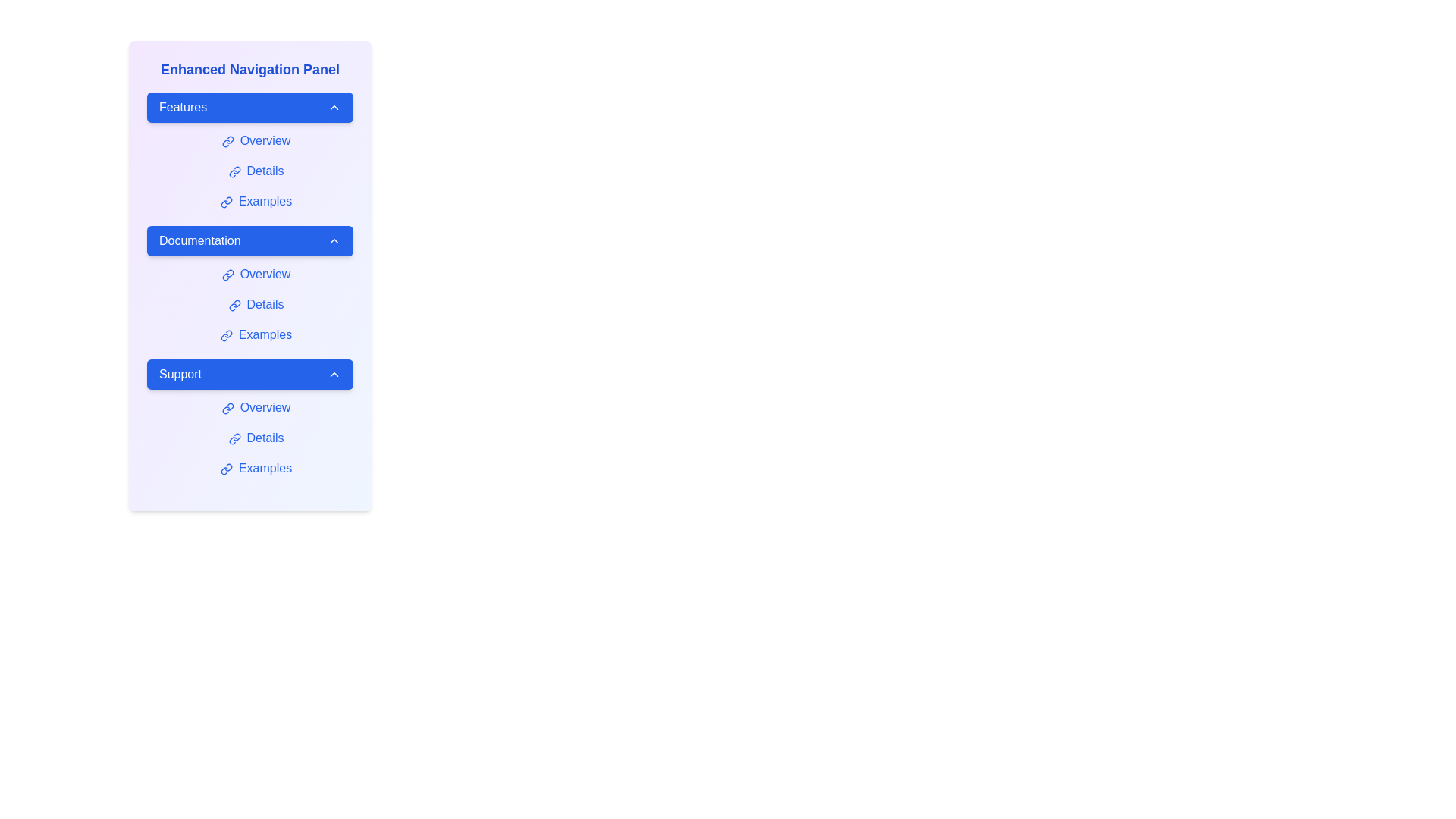 The image size is (1456, 819). What do you see at coordinates (224, 143) in the screenshot?
I see `icon-oriented graphic located in the sidebar under the 'Features' section, which is positioned to the left of the 'Overview' text link` at bounding box center [224, 143].